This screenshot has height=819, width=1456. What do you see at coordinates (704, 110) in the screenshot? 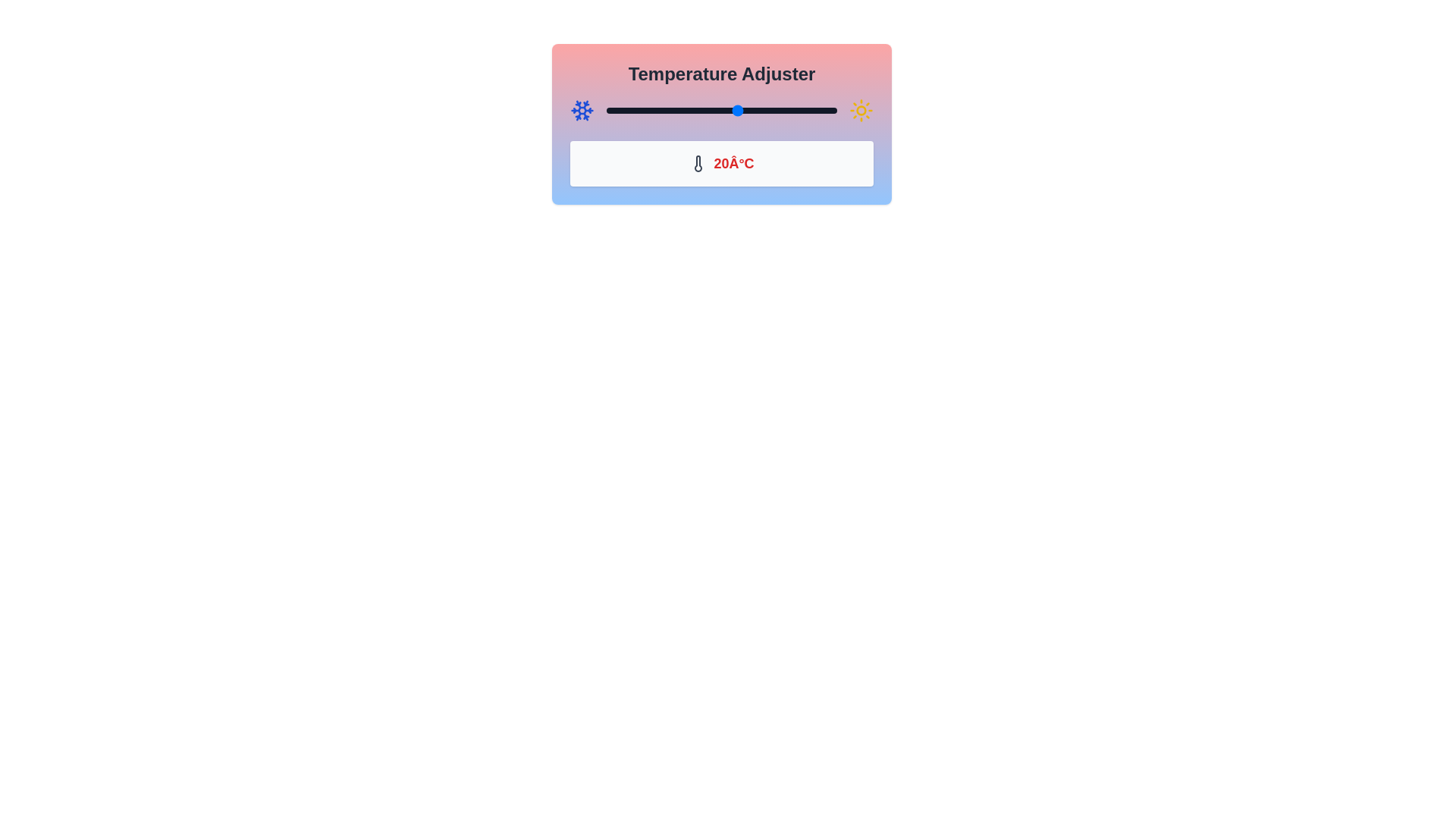
I see `the temperature to 10°C using the slider` at bounding box center [704, 110].